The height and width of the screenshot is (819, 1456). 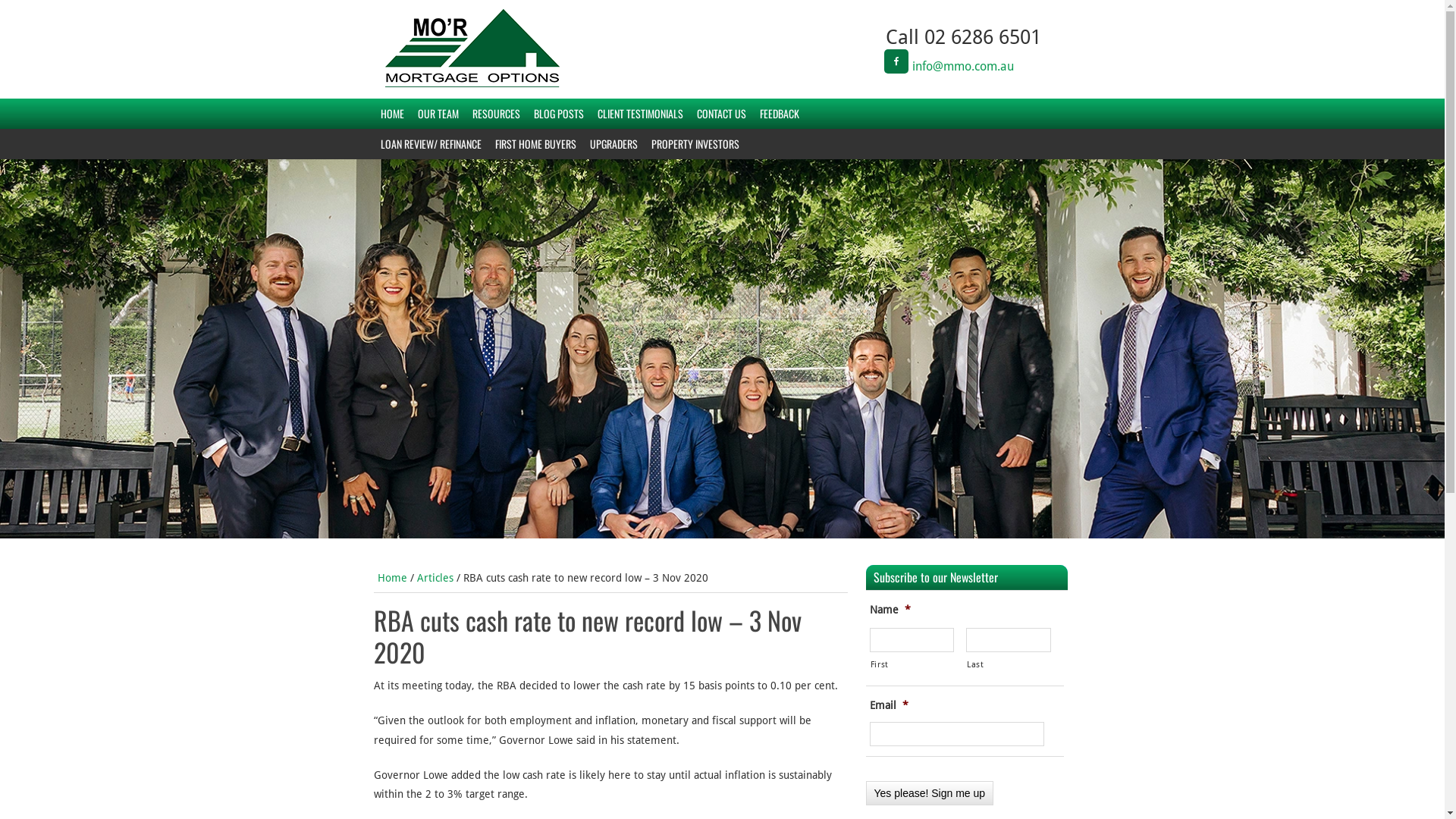 I want to click on 'Home', so click(x=378, y=578).